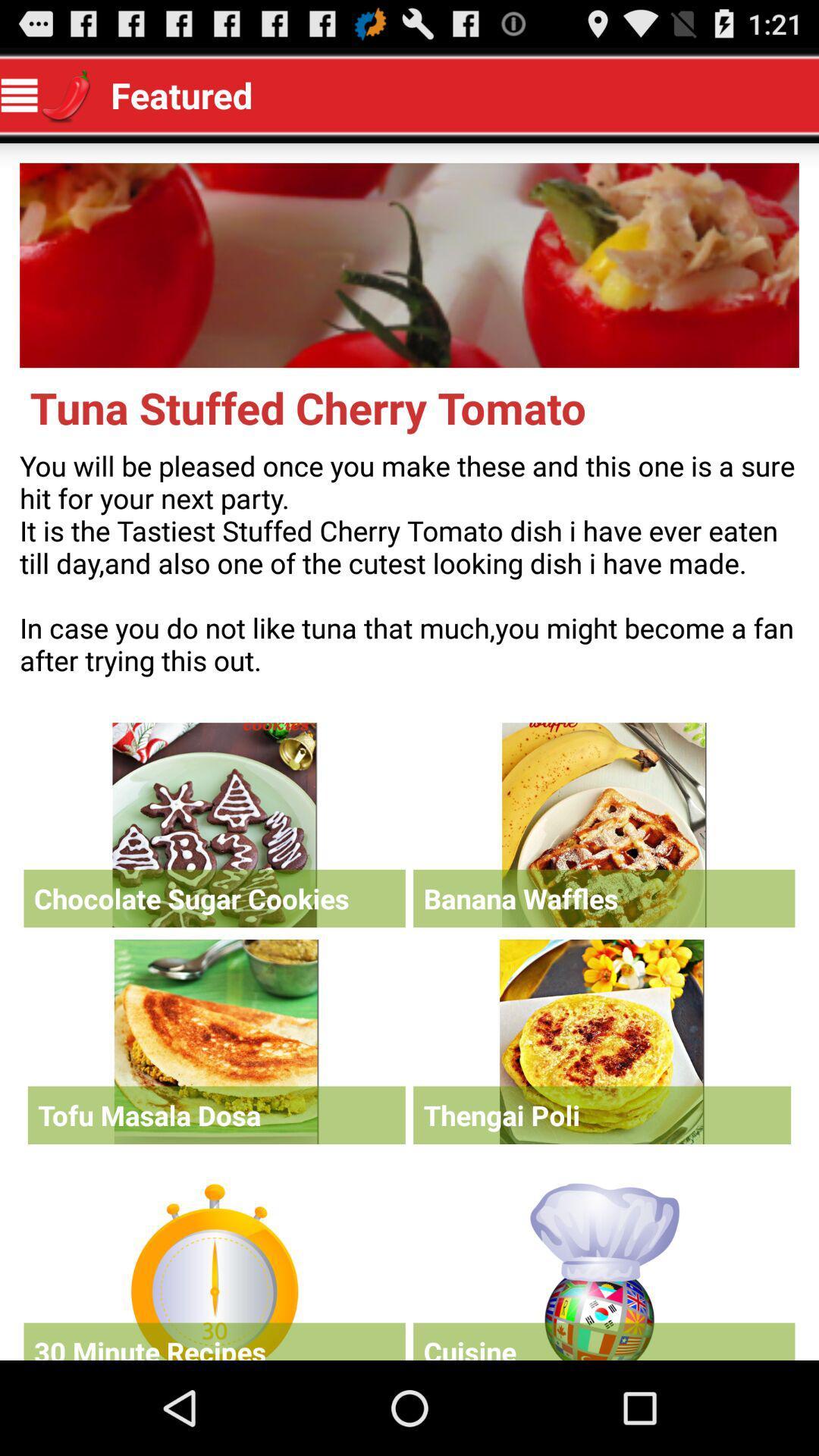 This screenshot has height=1456, width=819. I want to click on thengai poli recipe selection, so click(601, 1040).